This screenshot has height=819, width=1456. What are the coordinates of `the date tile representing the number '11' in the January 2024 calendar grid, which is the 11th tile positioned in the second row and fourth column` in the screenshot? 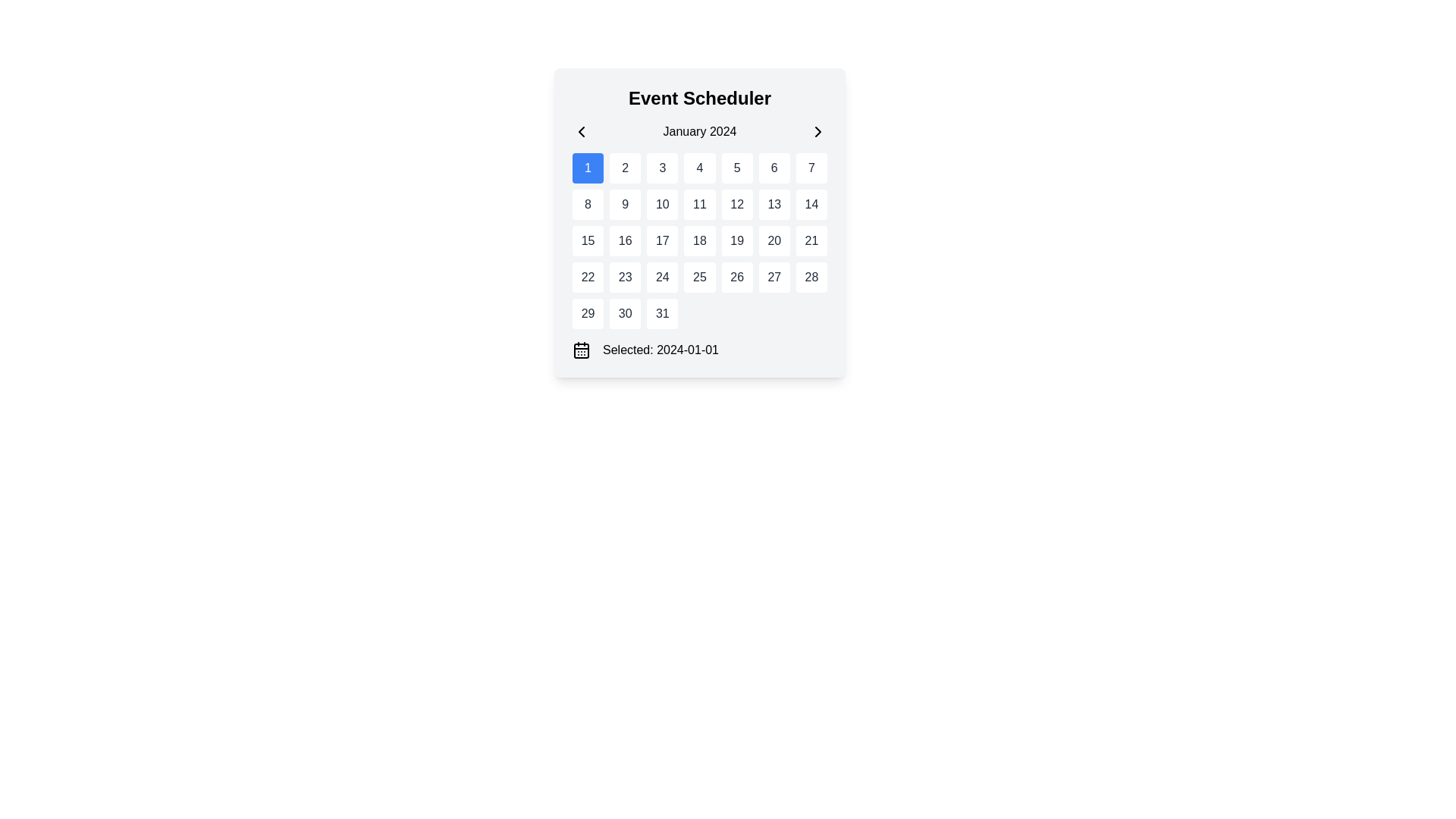 It's located at (698, 205).